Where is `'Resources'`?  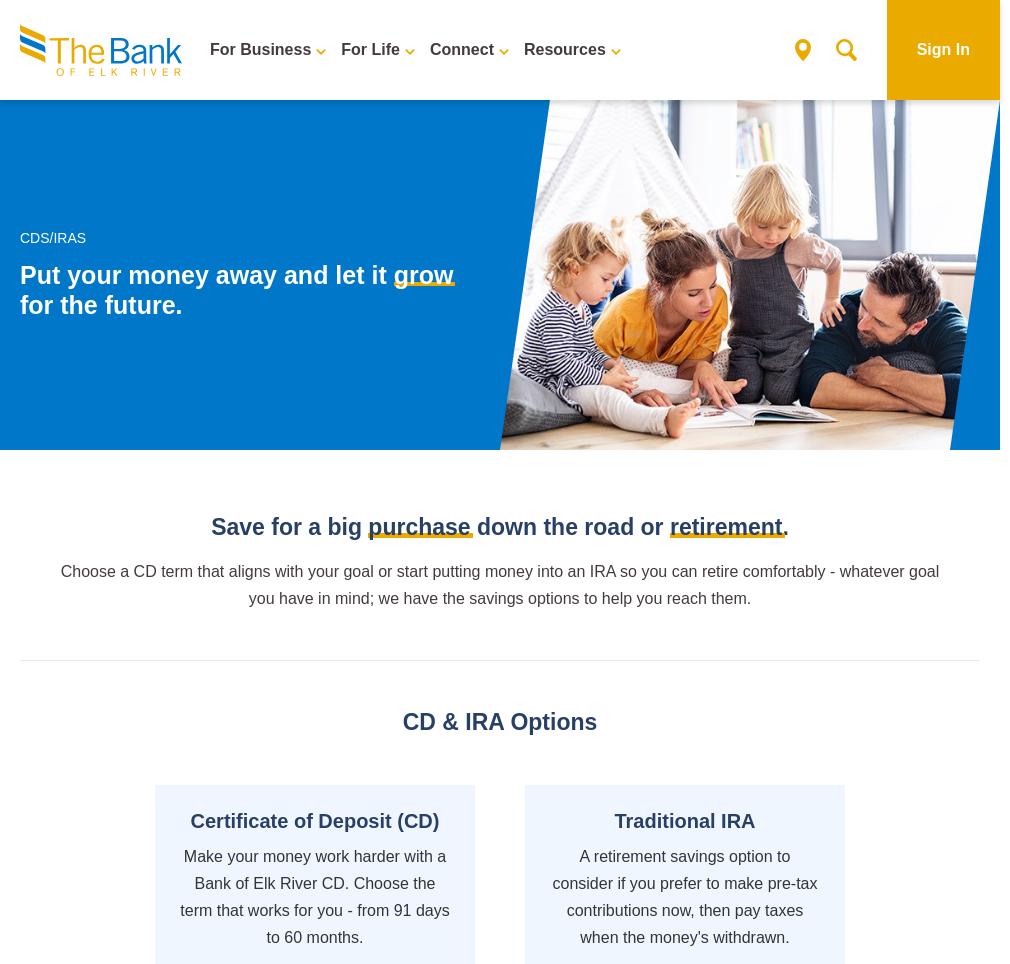
'Resources' is located at coordinates (521, 49).